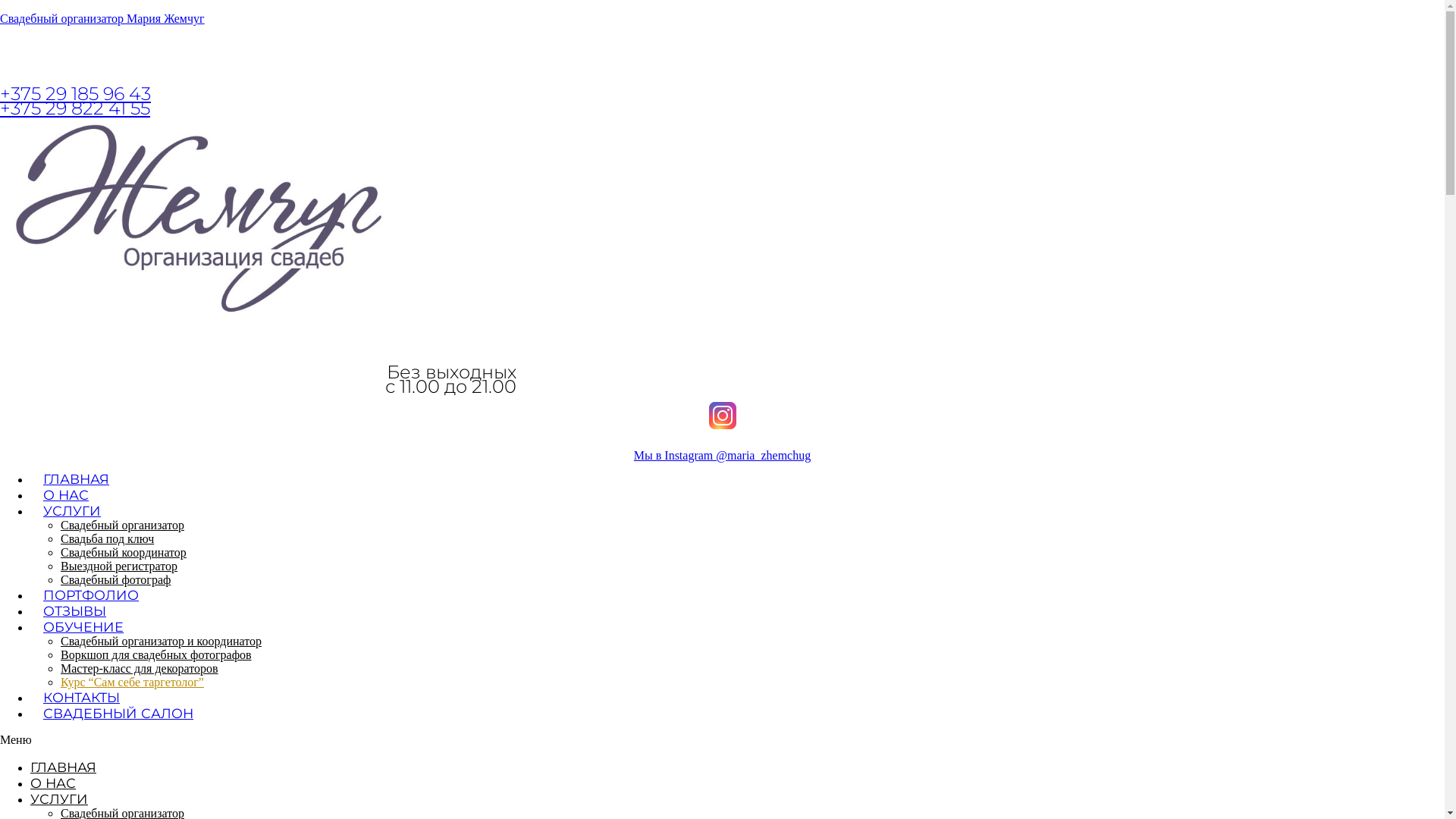 The width and height of the screenshot is (1456, 819). Describe the element at coordinates (74, 107) in the screenshot. I see `'+375 29 822 41 55'` at that location.